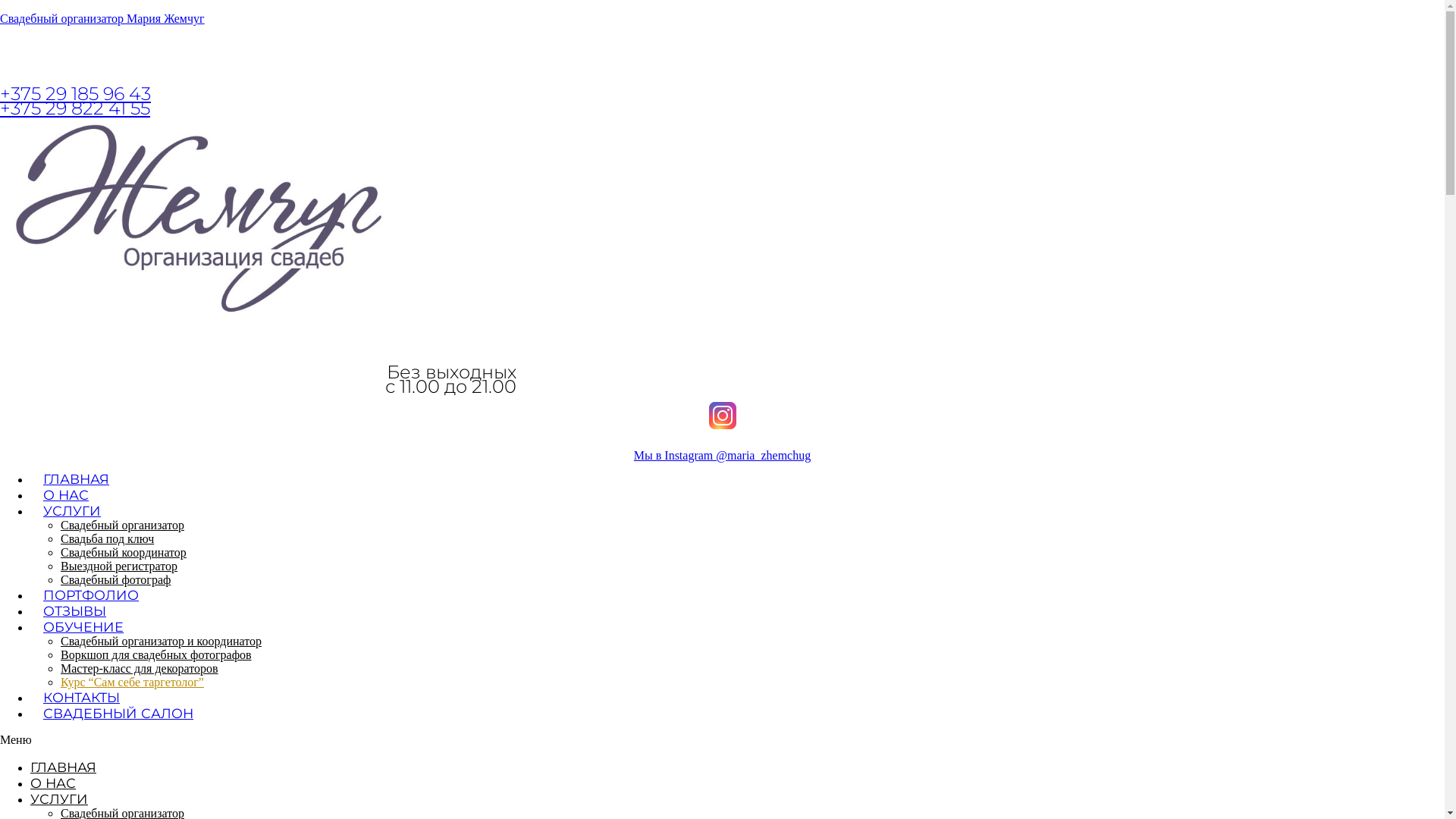 The width and height of the screenshot is (1456, 819). Describe the element at coordinates (74, 107) in the screenshot. I see `'+375 29 822 41 55'` at that location.